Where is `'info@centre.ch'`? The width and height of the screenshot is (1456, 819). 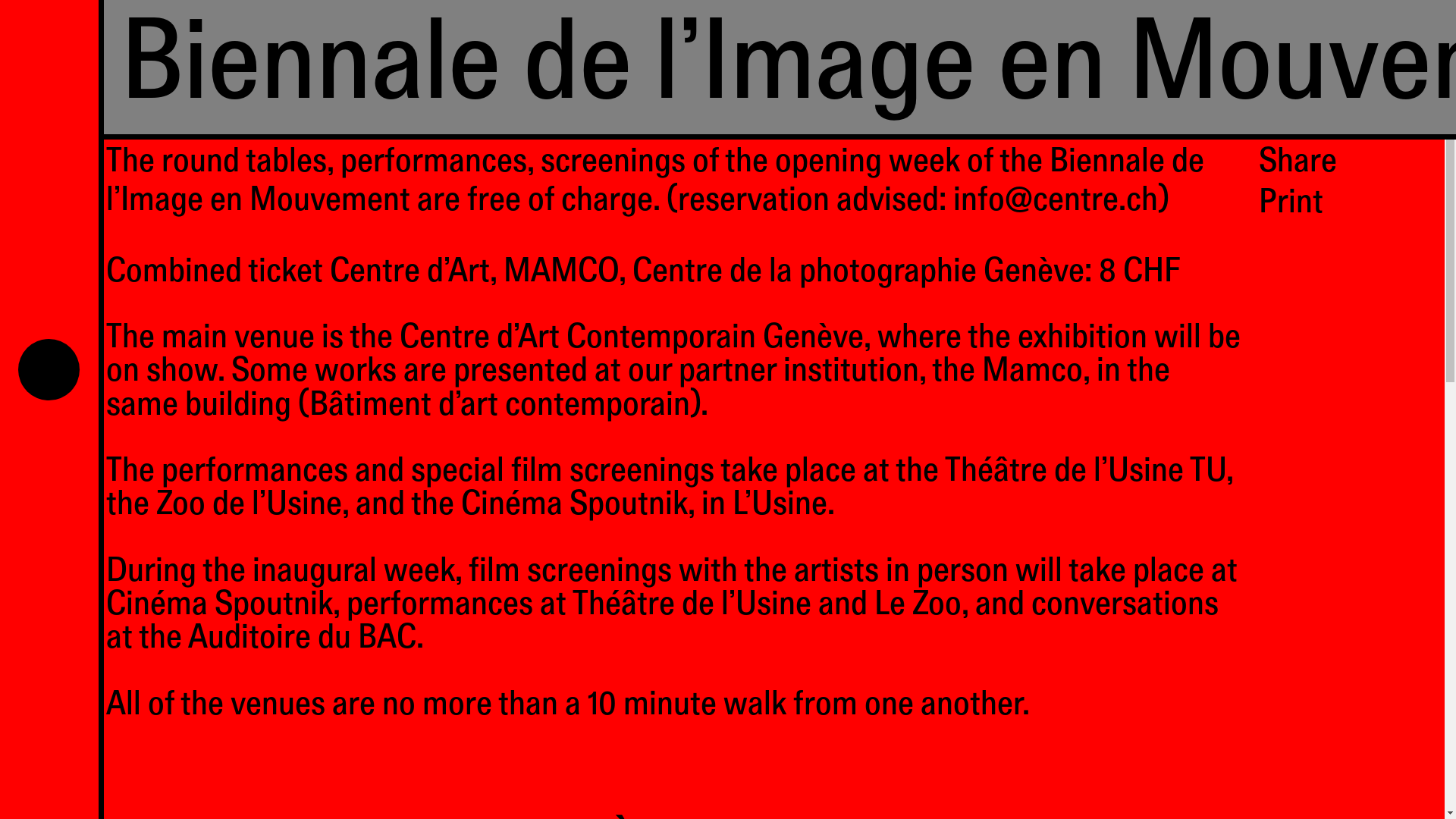 'info@centre.ch' is located at coordinates (1055, 202).